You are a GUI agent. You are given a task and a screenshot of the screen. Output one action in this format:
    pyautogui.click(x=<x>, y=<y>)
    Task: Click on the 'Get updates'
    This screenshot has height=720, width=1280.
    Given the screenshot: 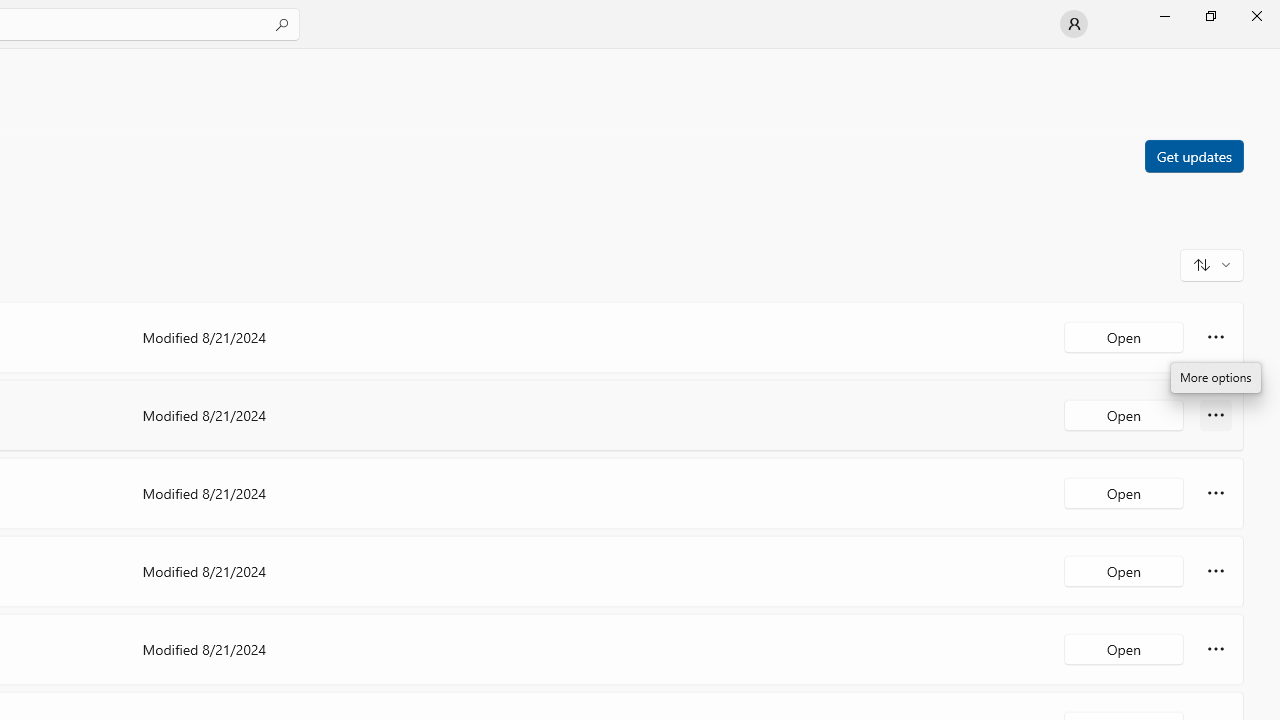 What is the action you would take?
    pyautogui.click(x=1193, y=154)
    